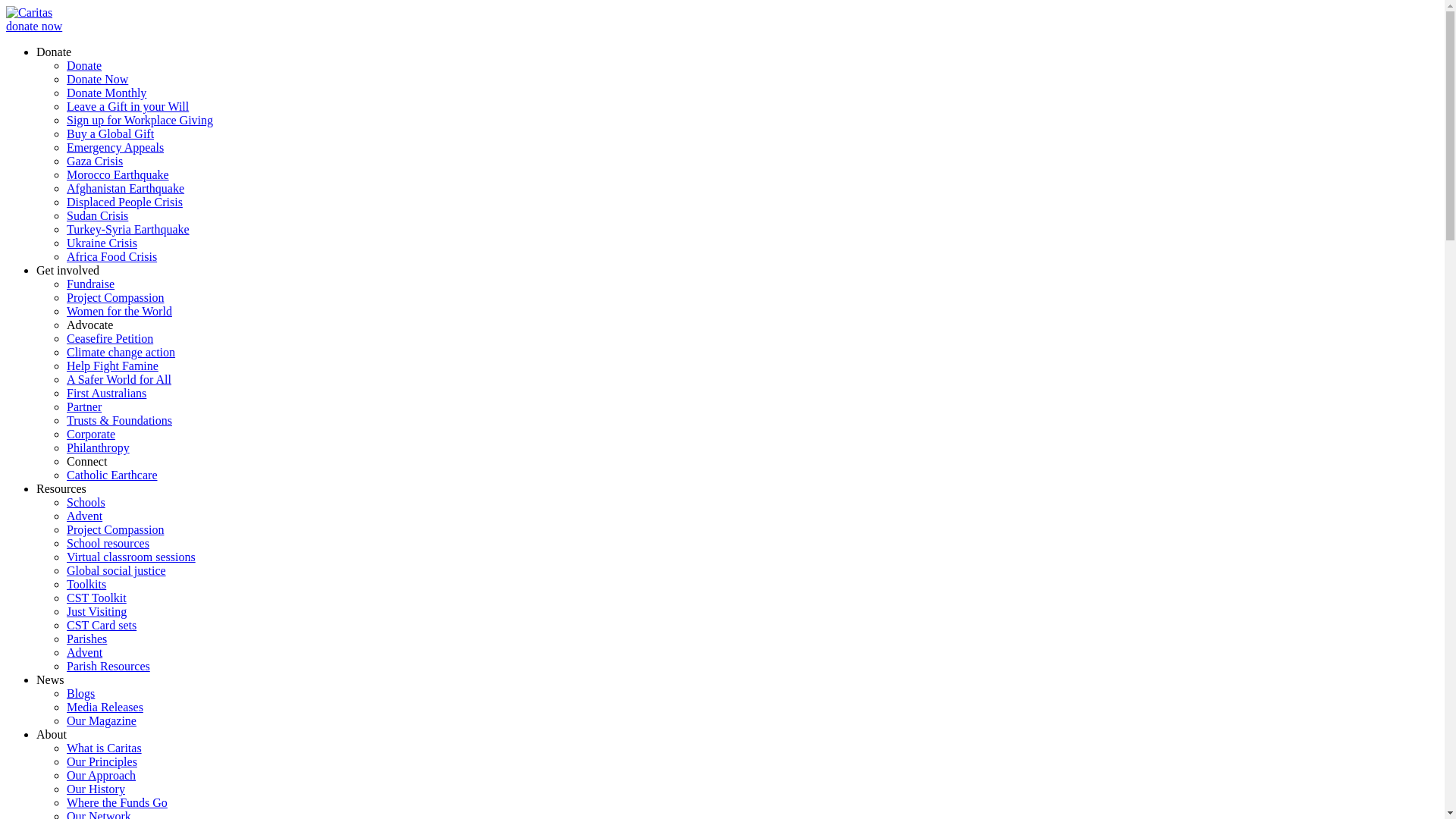 Image resolution: width=1456 pixels, height=819 pixels. I want to click on 'Afghanistan Earthquake', so click(125, 187).